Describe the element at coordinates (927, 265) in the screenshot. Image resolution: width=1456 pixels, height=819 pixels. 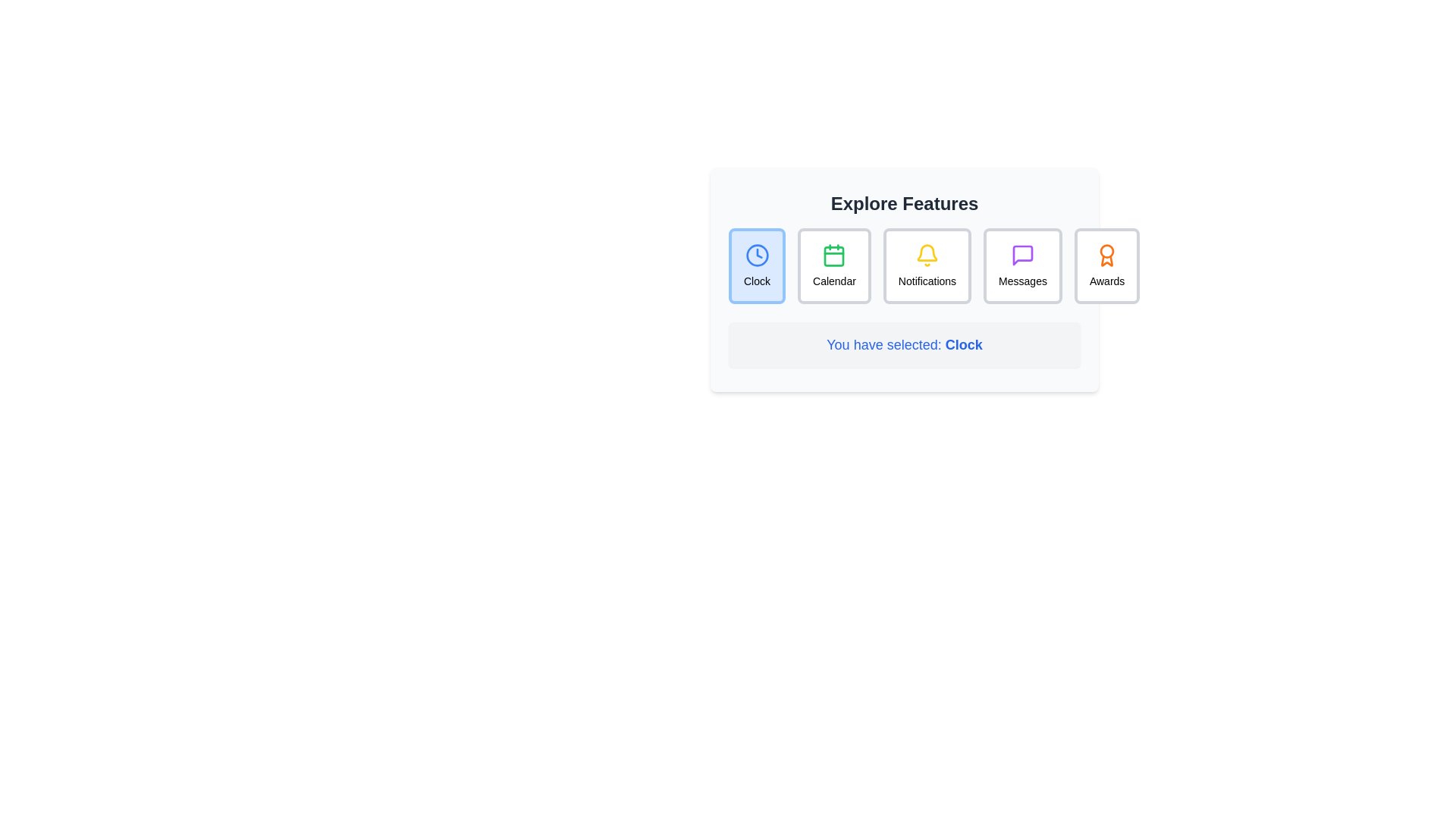
I see `the 'Notifications' button, which is a rectangular button with rounded corners, a white background, a gray border, and a yellow bell icon above the text` at that location.